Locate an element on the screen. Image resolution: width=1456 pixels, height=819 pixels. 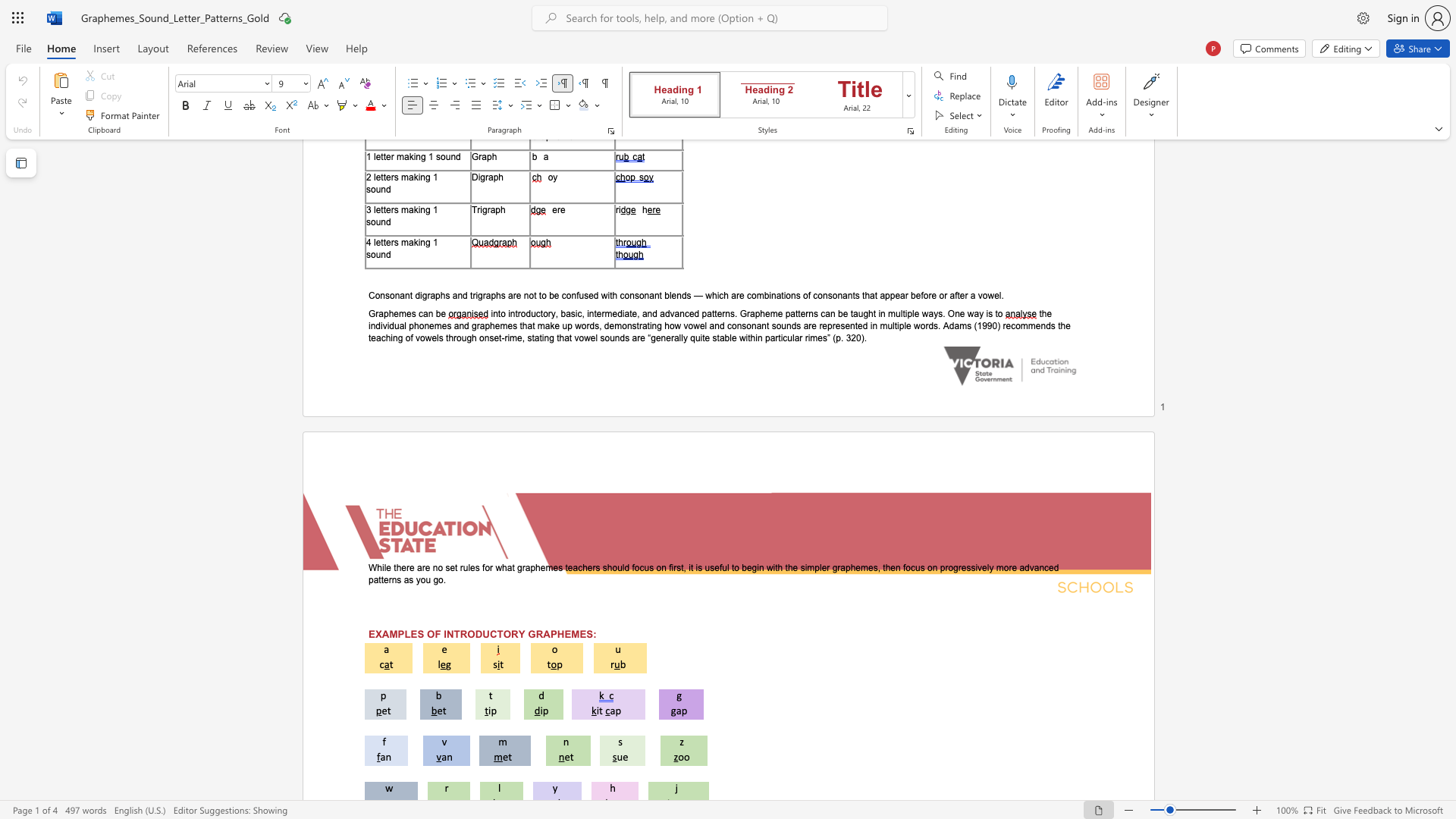
the subset text "s should focus on first, it is us" within the text "While there are no set rules for what graphemes teachers should focus on first, it is useful to begin with the simpler graphemes, then focus on progressively more advanced patterns as you go" is located at coordinates (595, 567).